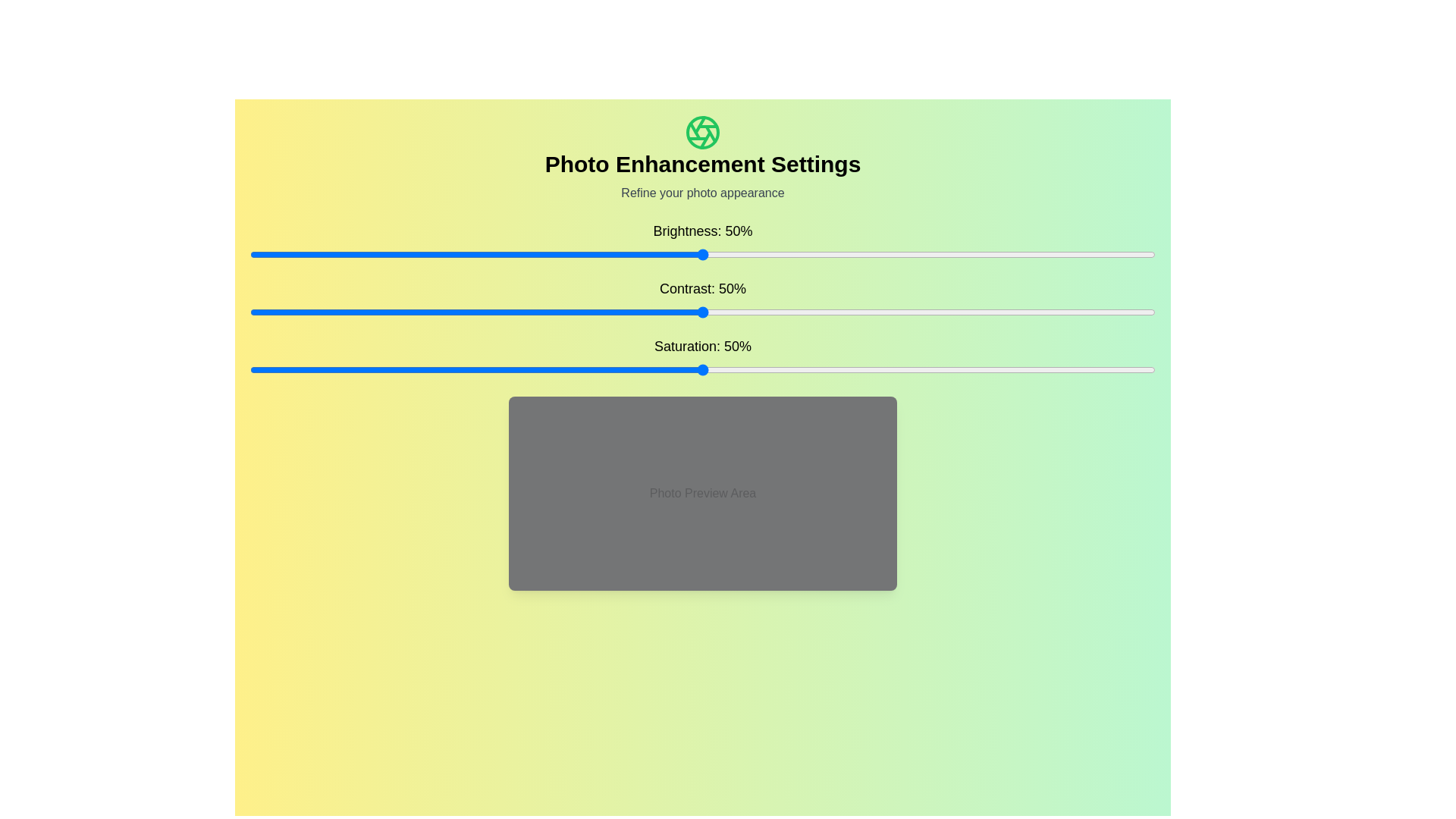 The width and height of the screenshot is (1456, 819). Describe the element at coordinates (413, 370) in the screenshot. I see `the saturation slider to 18%` at that location.